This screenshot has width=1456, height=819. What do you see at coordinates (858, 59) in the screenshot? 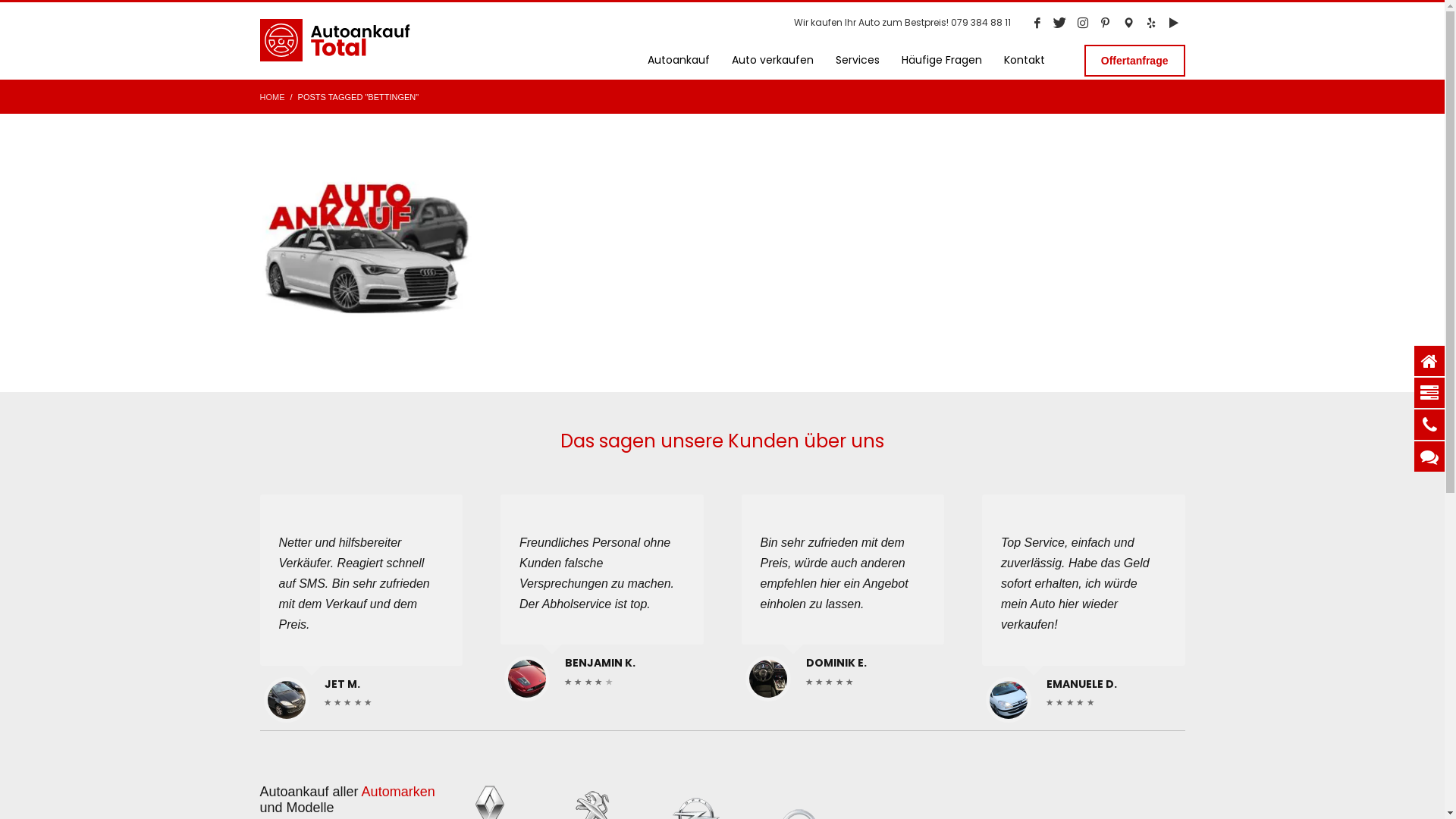
I see `'Services'` at bounding box center [858, 59].